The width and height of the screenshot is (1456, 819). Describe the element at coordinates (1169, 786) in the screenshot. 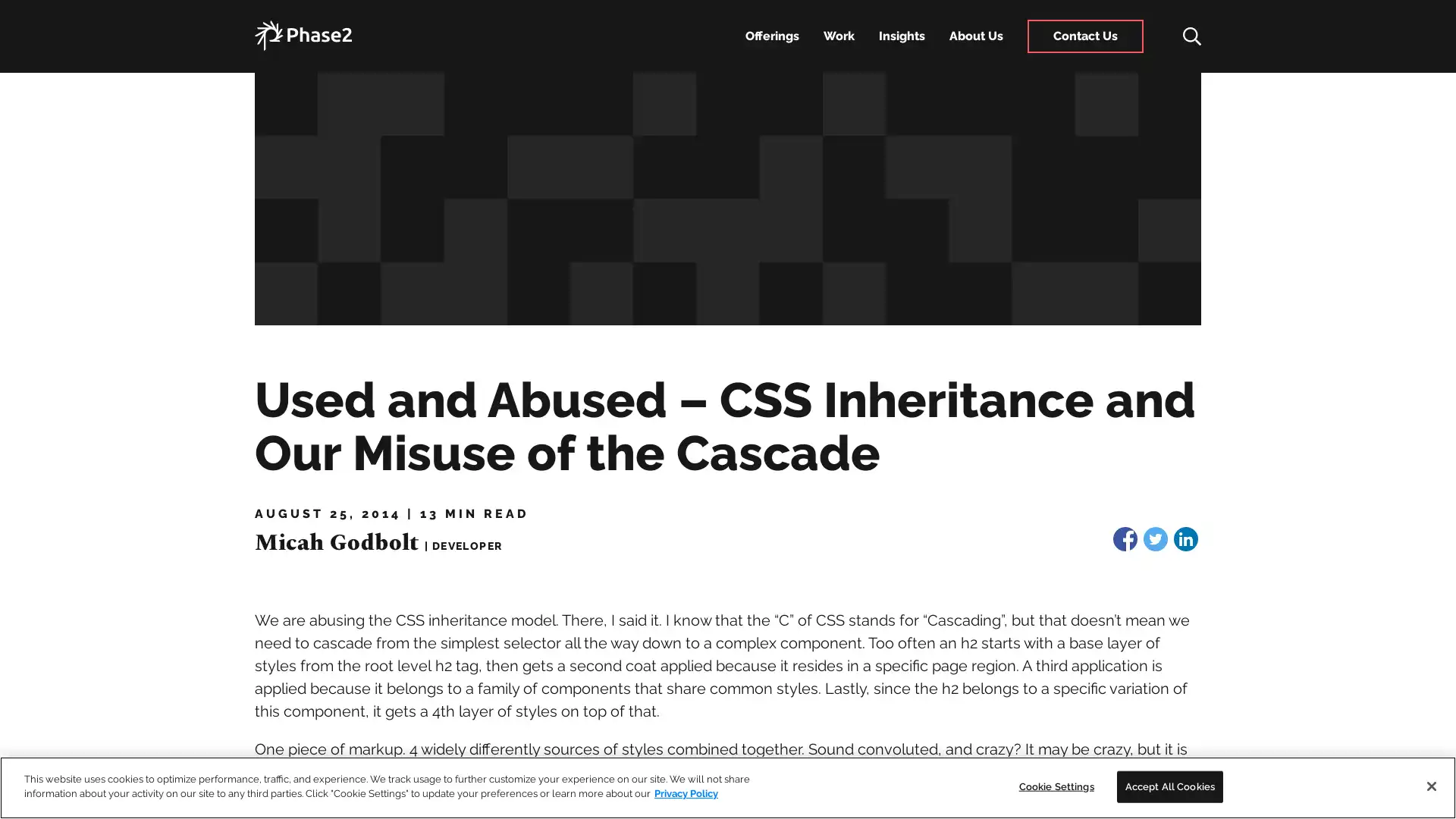

I see `Accept All Cookies` at that location.